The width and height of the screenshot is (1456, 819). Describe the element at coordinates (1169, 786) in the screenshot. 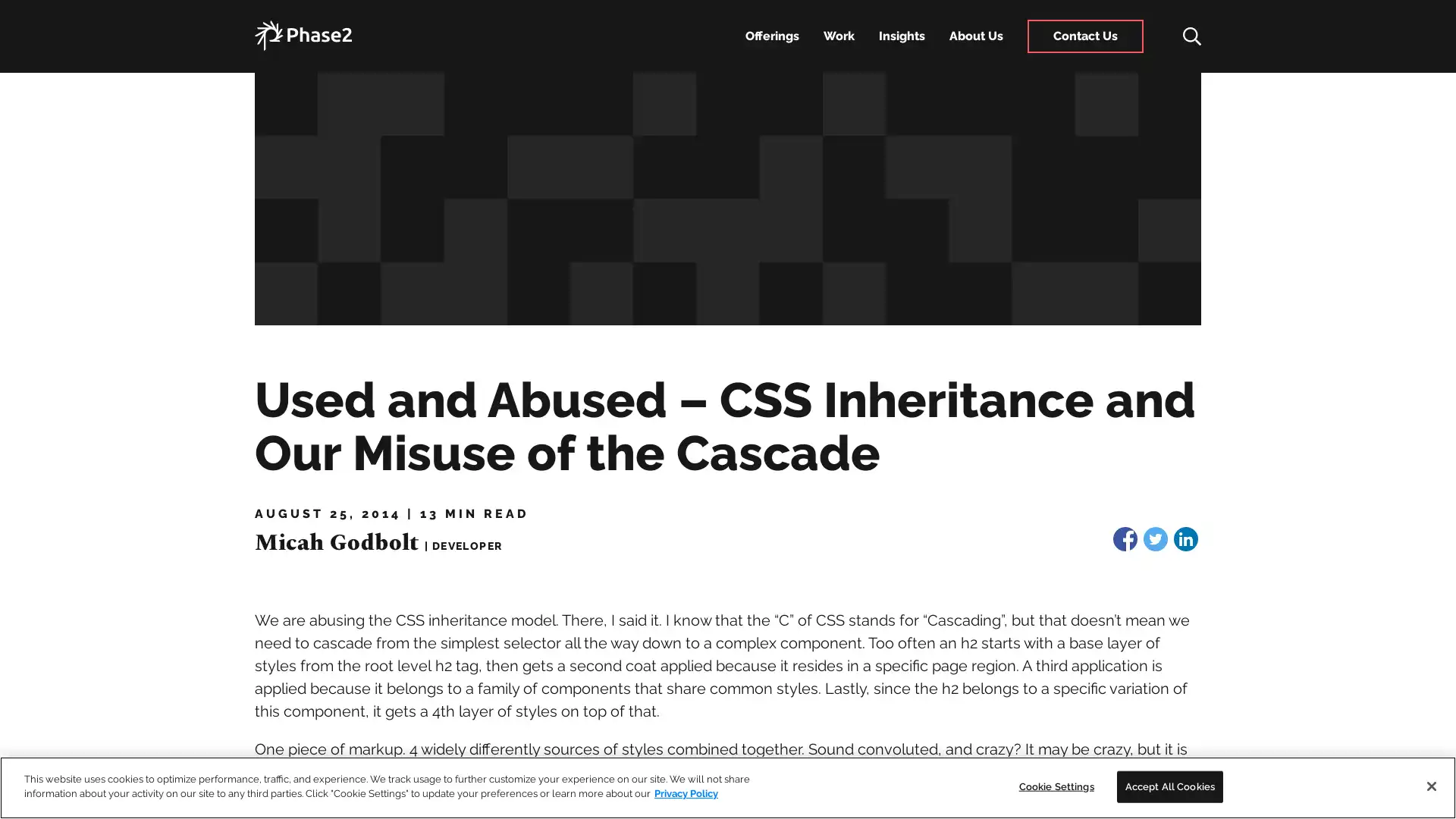

I see `Accept All Cookies` at that location.